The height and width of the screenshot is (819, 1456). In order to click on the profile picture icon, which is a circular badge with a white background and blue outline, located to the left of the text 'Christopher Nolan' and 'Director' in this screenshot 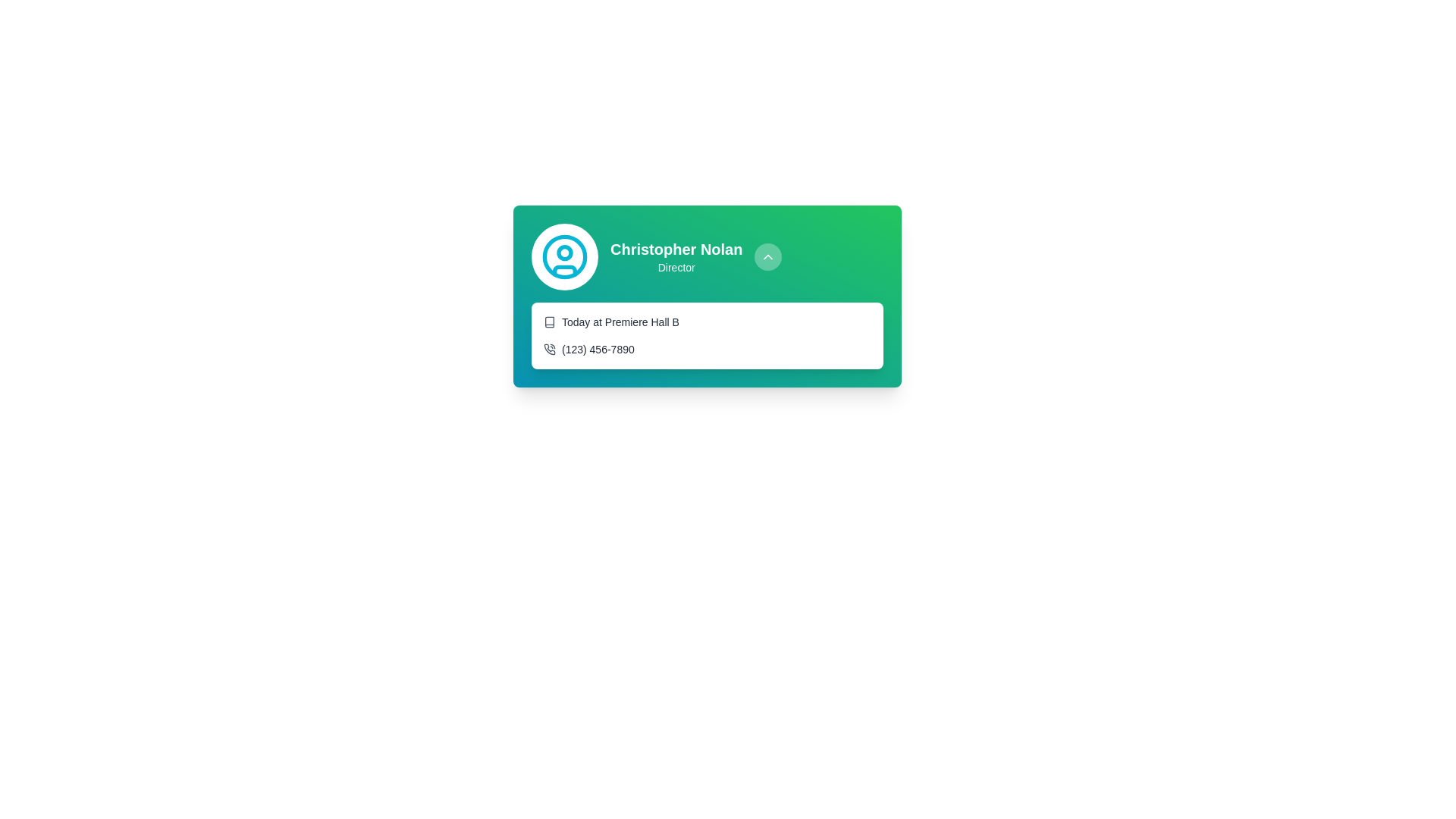, I will do `click(563, 256)`.